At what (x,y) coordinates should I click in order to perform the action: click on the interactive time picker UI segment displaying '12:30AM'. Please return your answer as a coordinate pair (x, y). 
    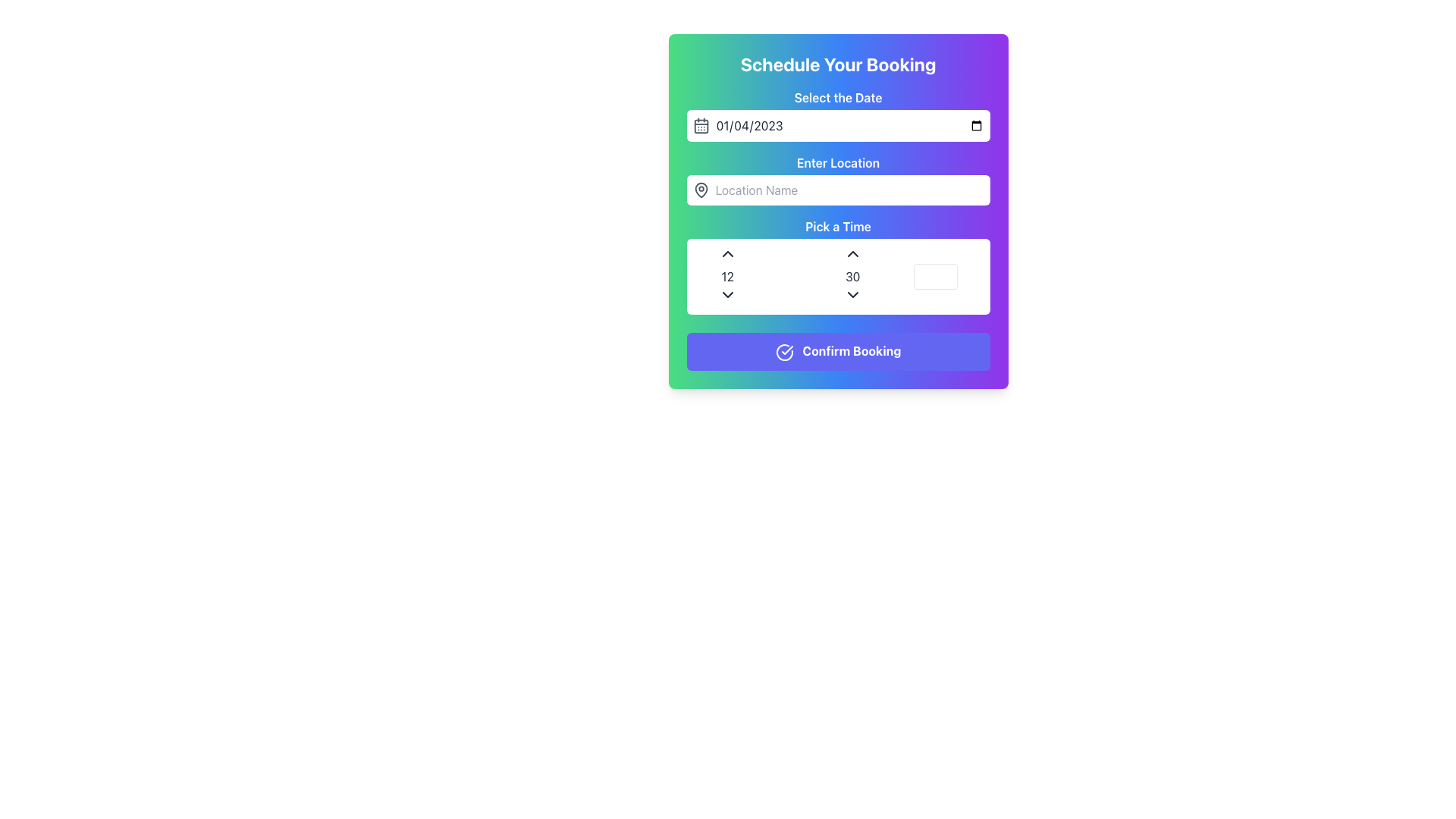
    Looking at the image, I should click on (837, 277).